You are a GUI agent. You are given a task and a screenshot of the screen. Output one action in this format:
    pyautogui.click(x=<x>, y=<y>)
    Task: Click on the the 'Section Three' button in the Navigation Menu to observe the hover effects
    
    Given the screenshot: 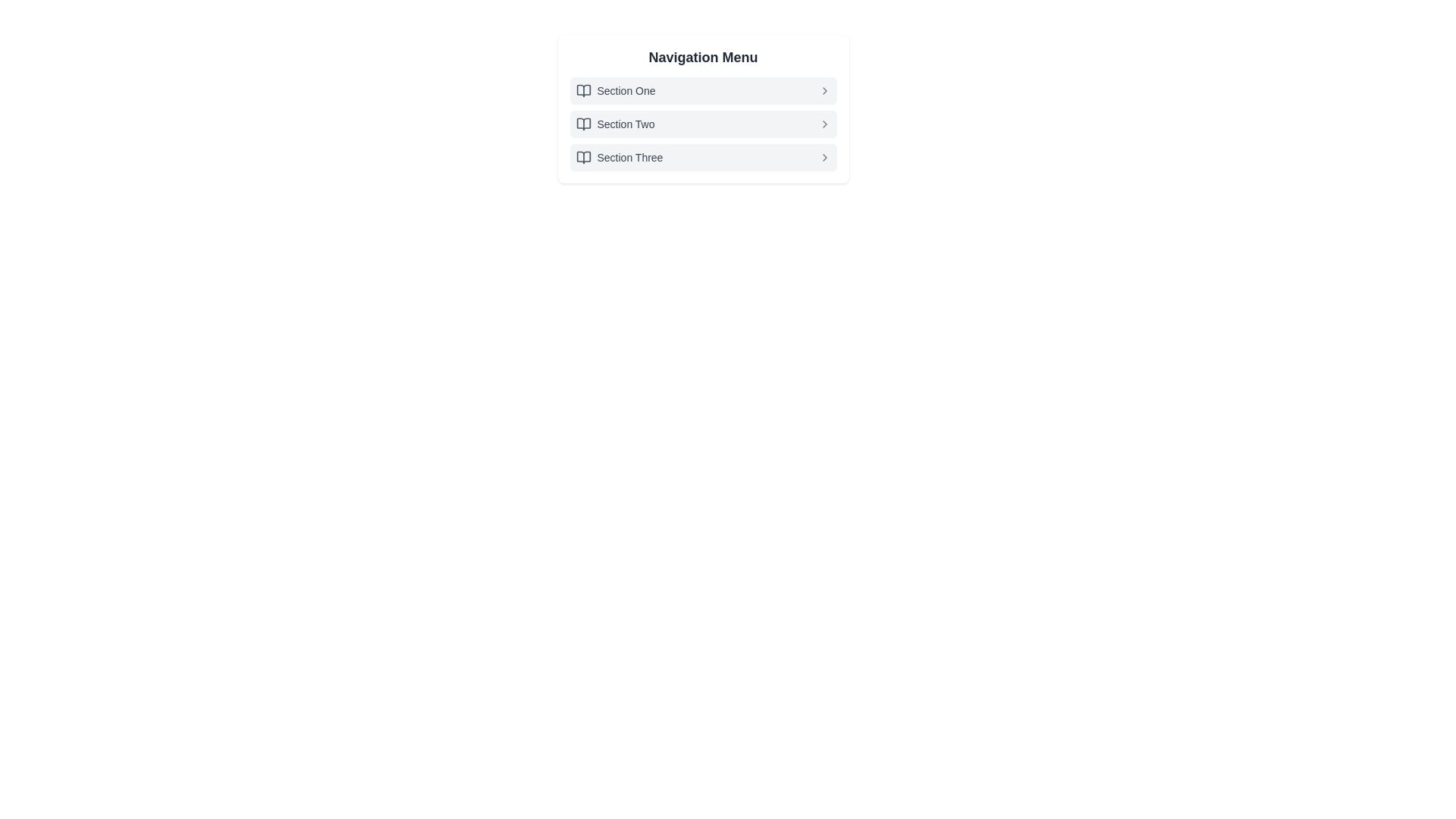 What is the action you would take?
    pyautogui.click(x=702, y=158)
    